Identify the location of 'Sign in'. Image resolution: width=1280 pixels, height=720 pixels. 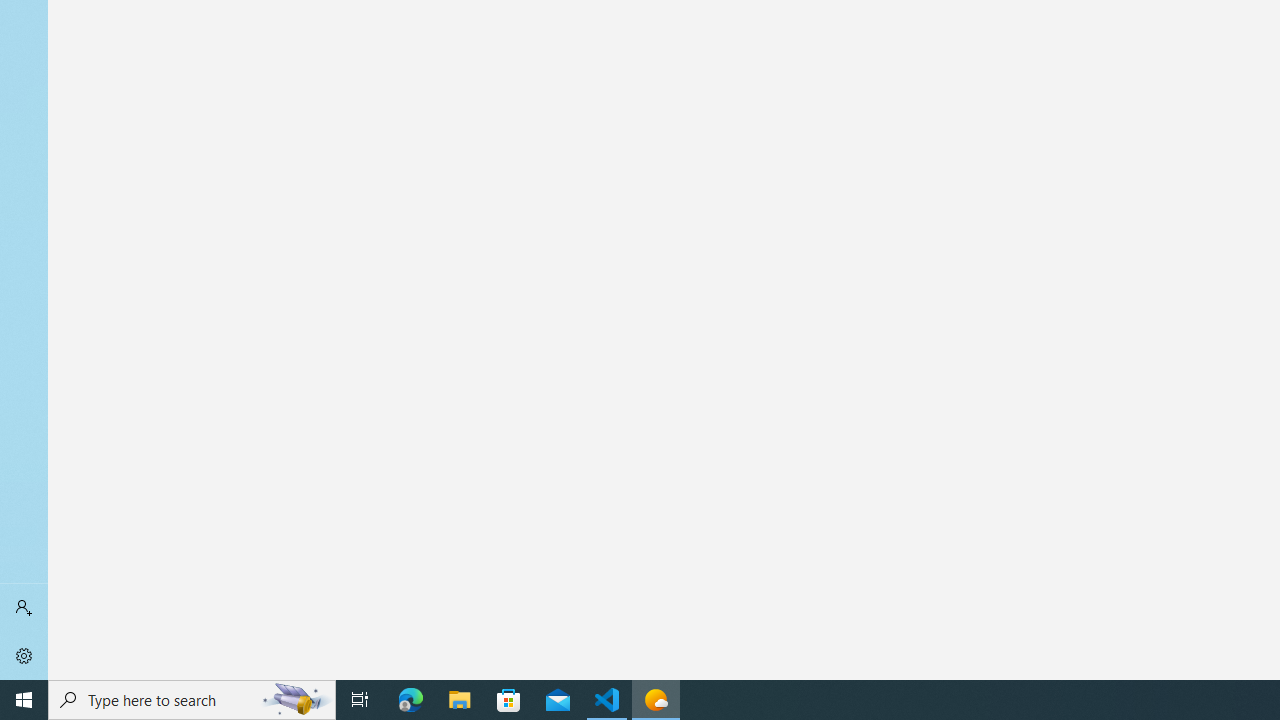
(24, 607).